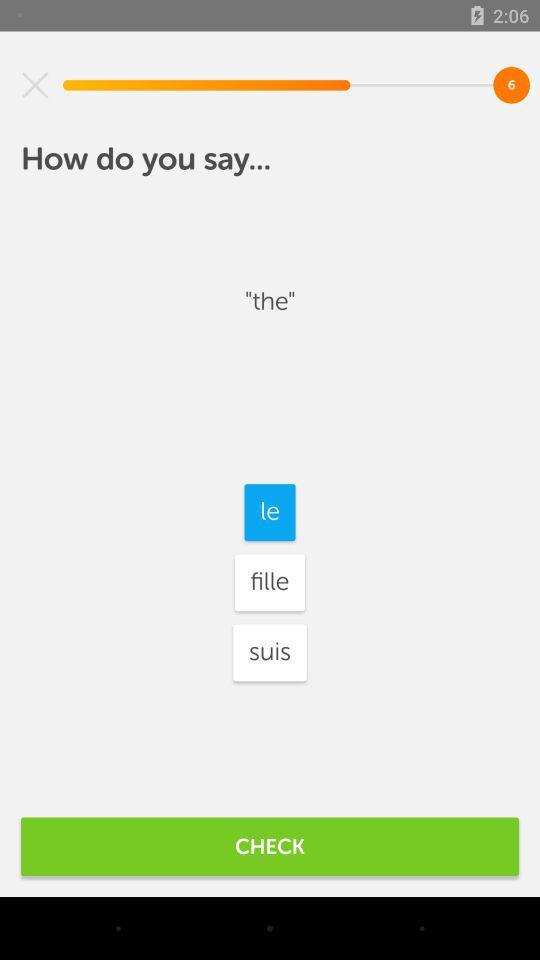 The height and width of the screenshot is (960, 540). Describe the element at coordinates (270, 651) in the screenshot. I see `suis icon` at that location.